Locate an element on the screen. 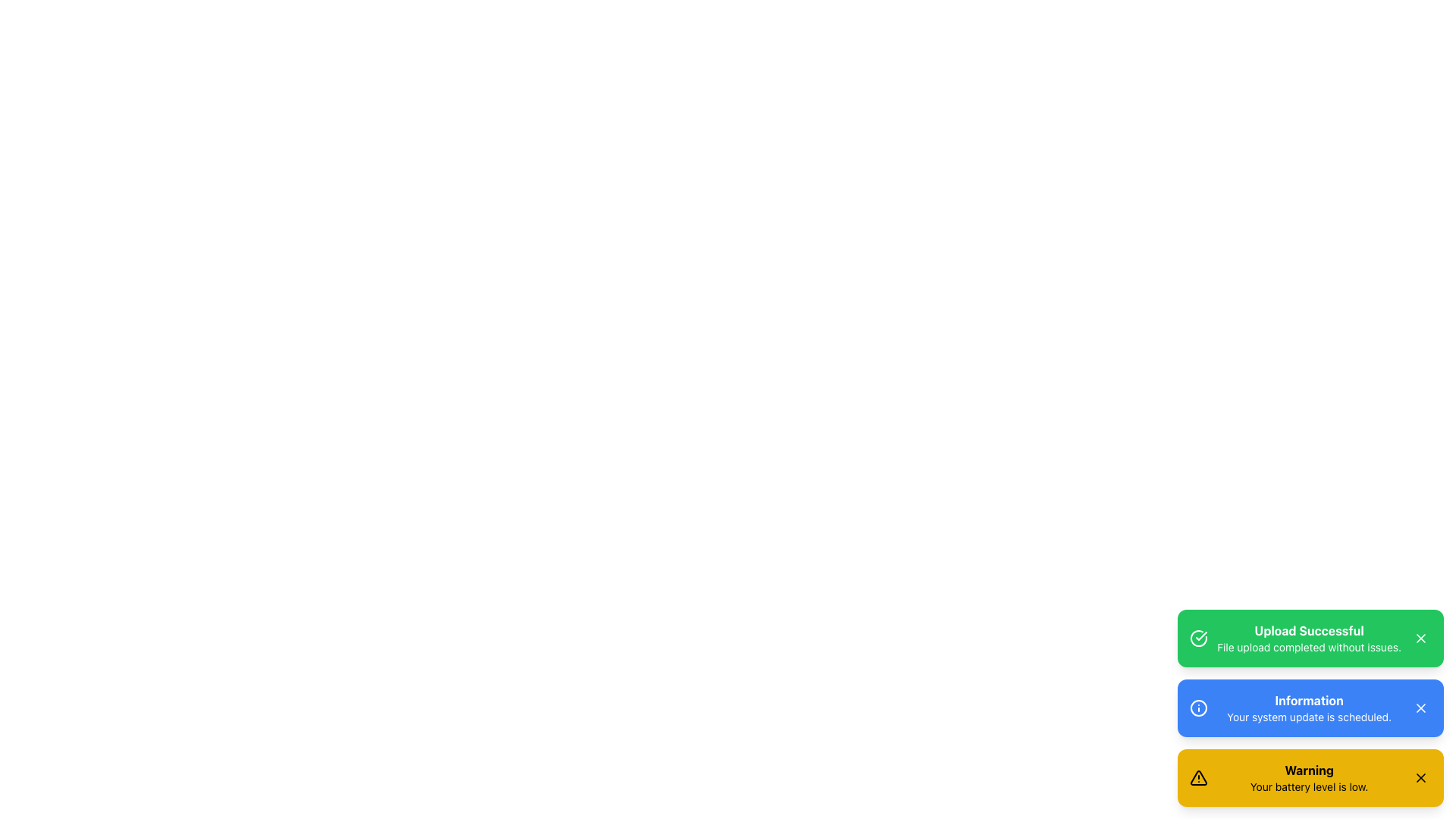 The height and width of the screenshot is (819, 1456). the circular button with an 'X' icon in the top-right corner of the yellow 'Warning' notification box is located at coordinates (1420, 778).